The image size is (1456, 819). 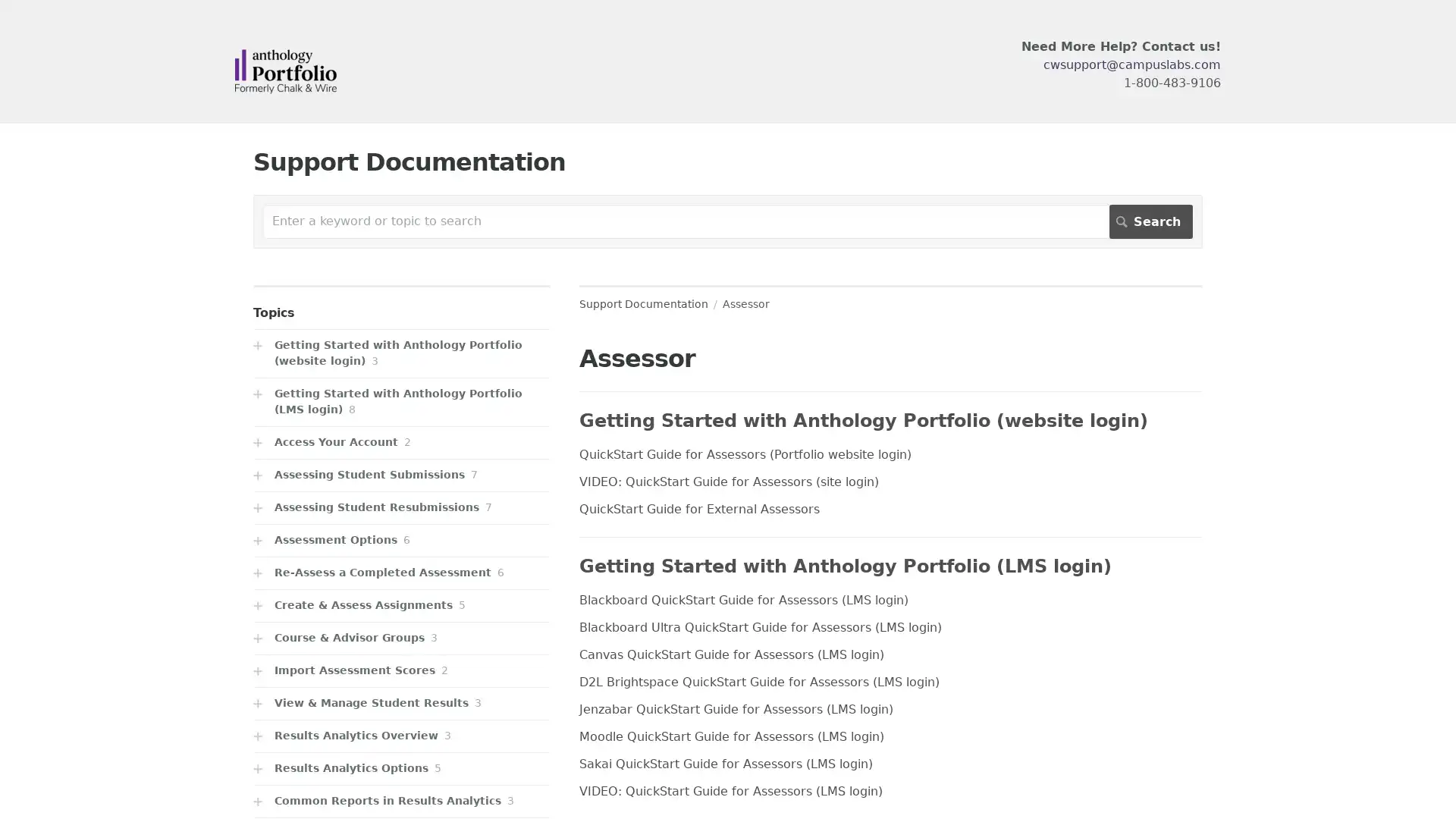 What do you see at coordinates (401, 442) in the screenshot?
I see `Access Your Account 2` at bounding box center [401, 442].